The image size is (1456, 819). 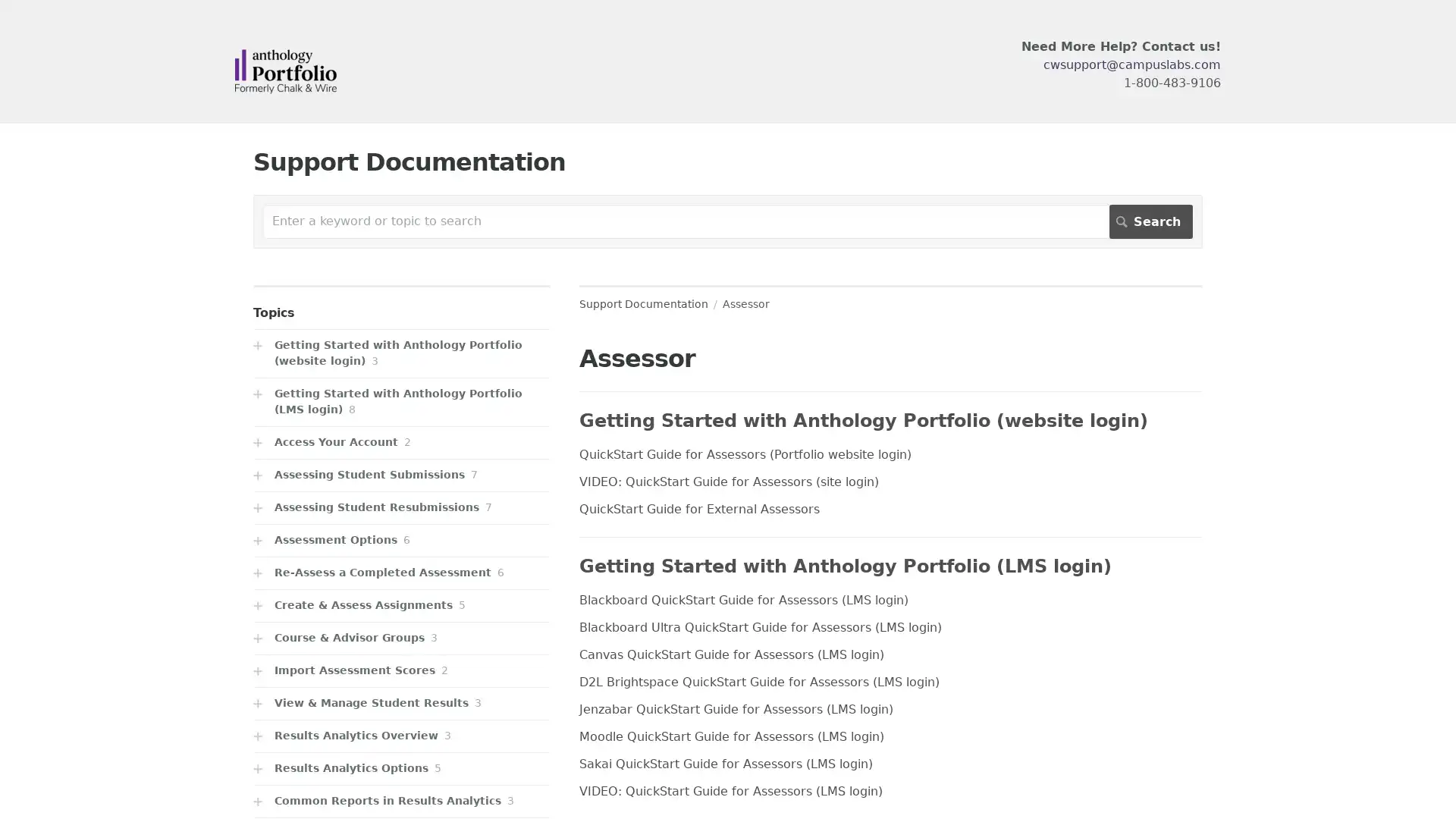 What do you see at coordinates (401, 442) in the screenshot?
I see `Access Your Account 2` at bounding box center [401, 442].